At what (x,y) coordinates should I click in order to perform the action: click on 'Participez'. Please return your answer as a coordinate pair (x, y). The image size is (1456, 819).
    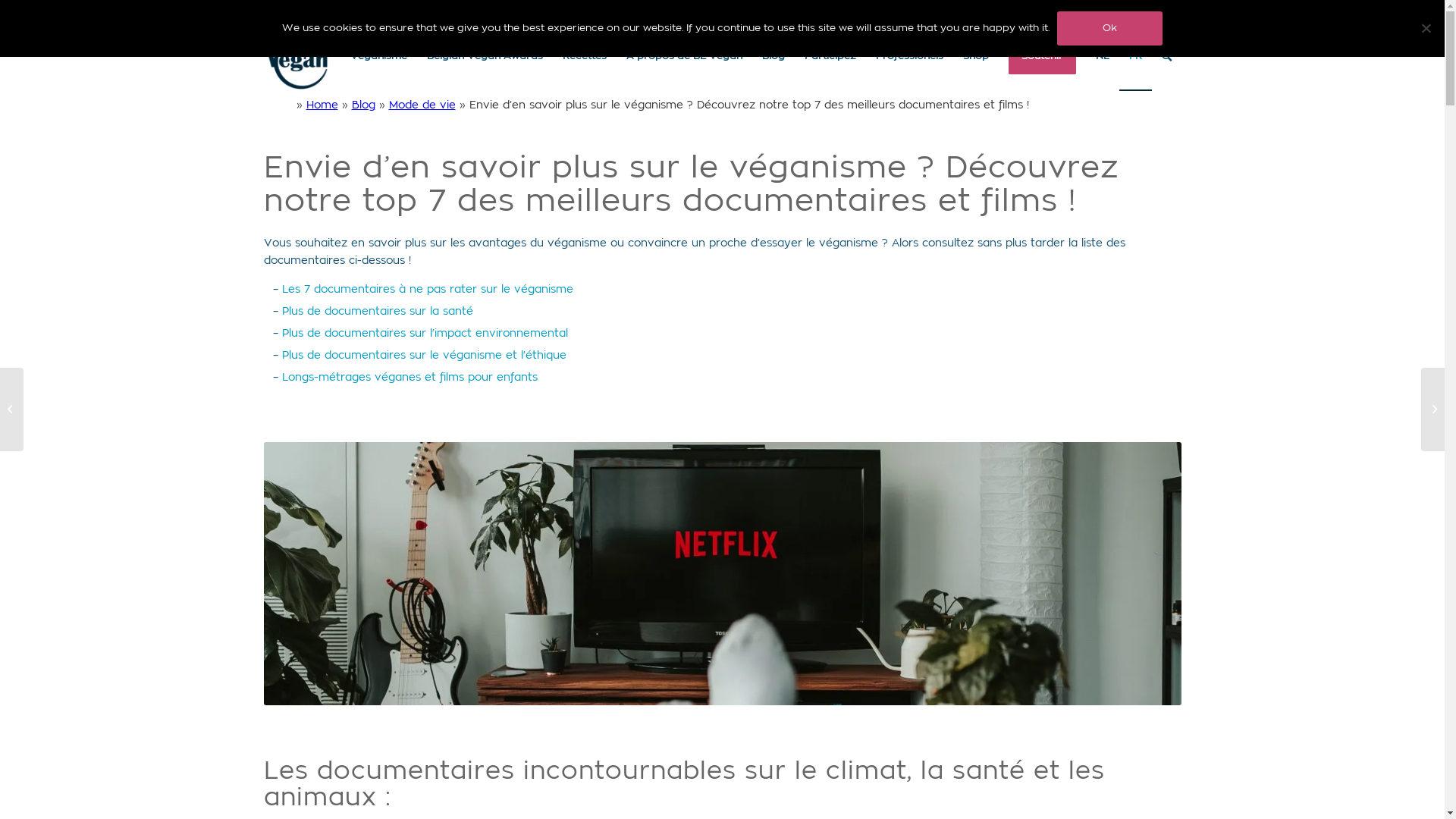
    Looking at the image, I should click on (793, 55).